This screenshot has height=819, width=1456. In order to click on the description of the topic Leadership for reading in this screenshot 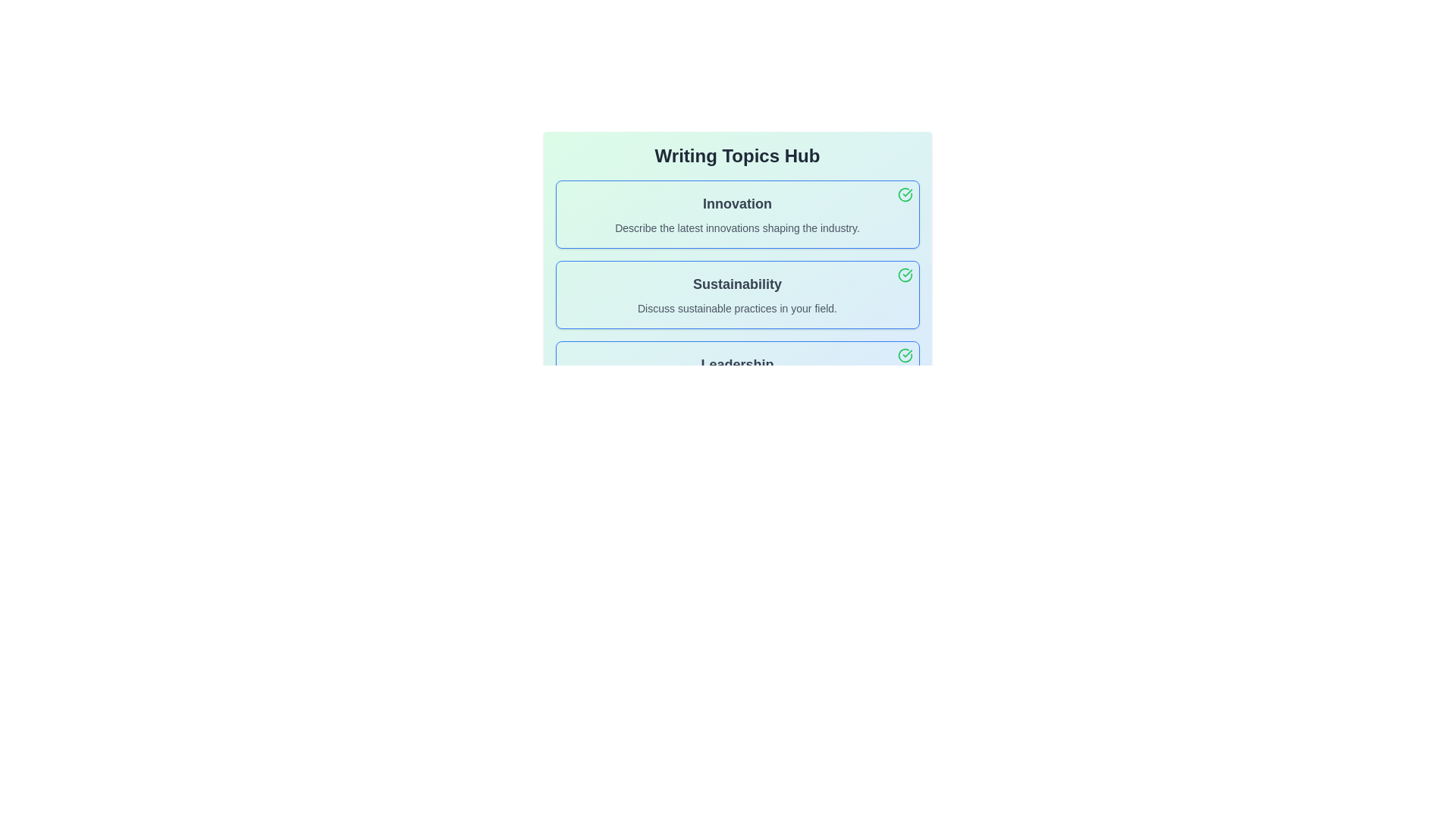, I will do `click(737, 375)`.